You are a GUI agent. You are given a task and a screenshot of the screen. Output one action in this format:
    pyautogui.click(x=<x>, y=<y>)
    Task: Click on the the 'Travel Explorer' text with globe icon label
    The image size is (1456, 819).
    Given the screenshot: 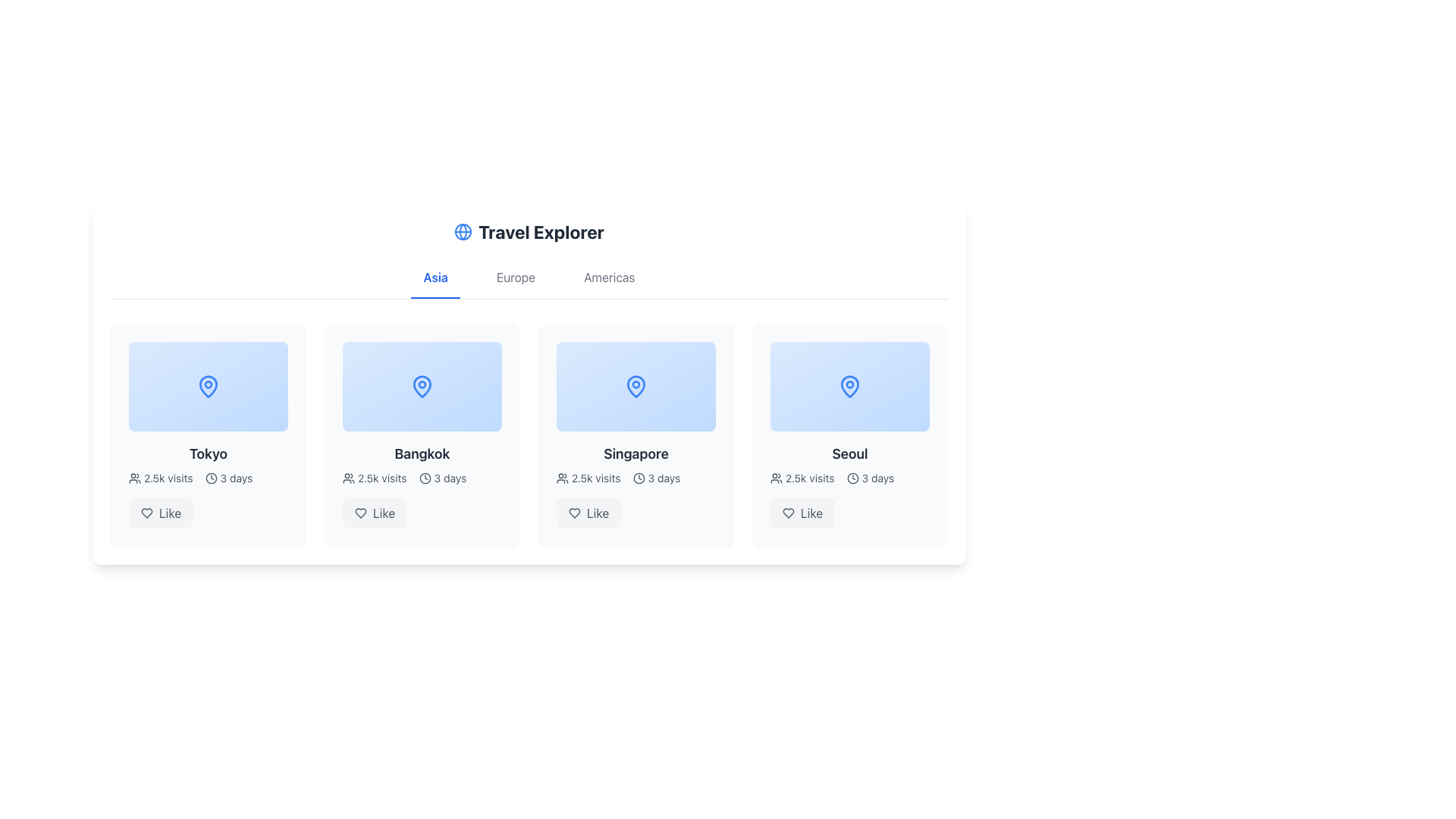 What is the action you would take?
    pyautogui.click(x=529, y=231)
    